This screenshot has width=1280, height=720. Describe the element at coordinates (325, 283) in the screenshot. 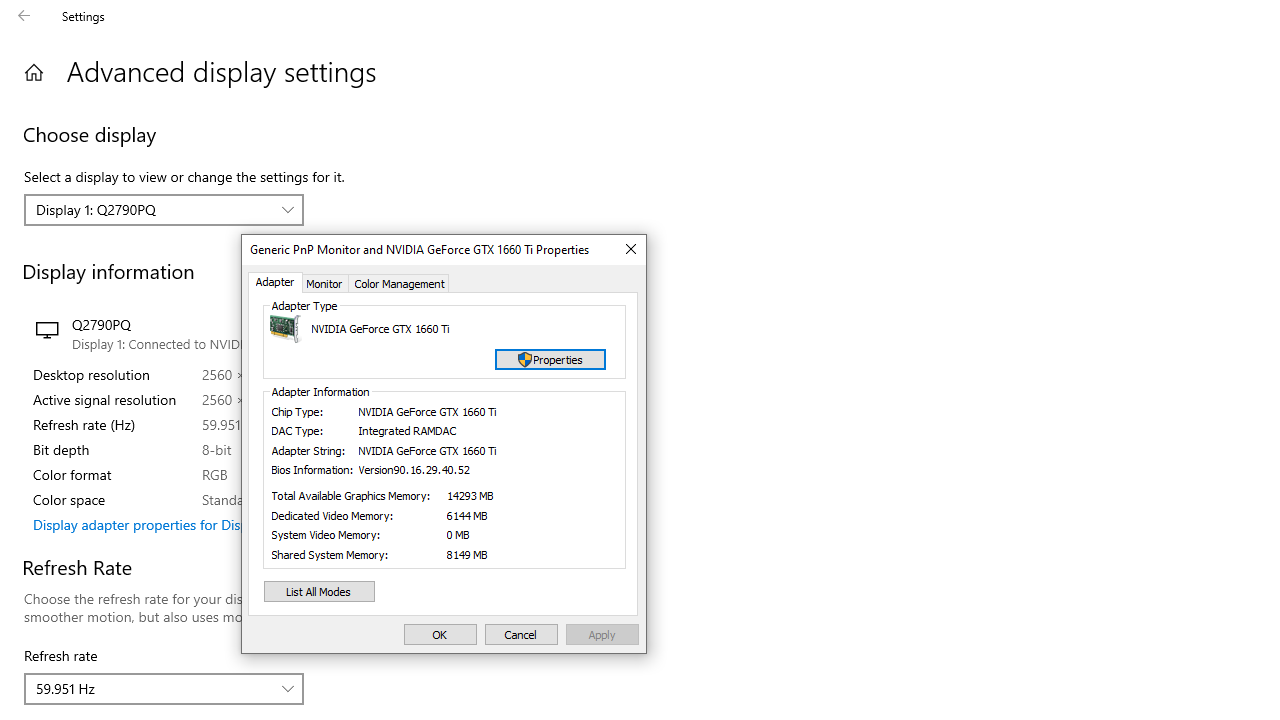

I see `'Monitor'` at that location.